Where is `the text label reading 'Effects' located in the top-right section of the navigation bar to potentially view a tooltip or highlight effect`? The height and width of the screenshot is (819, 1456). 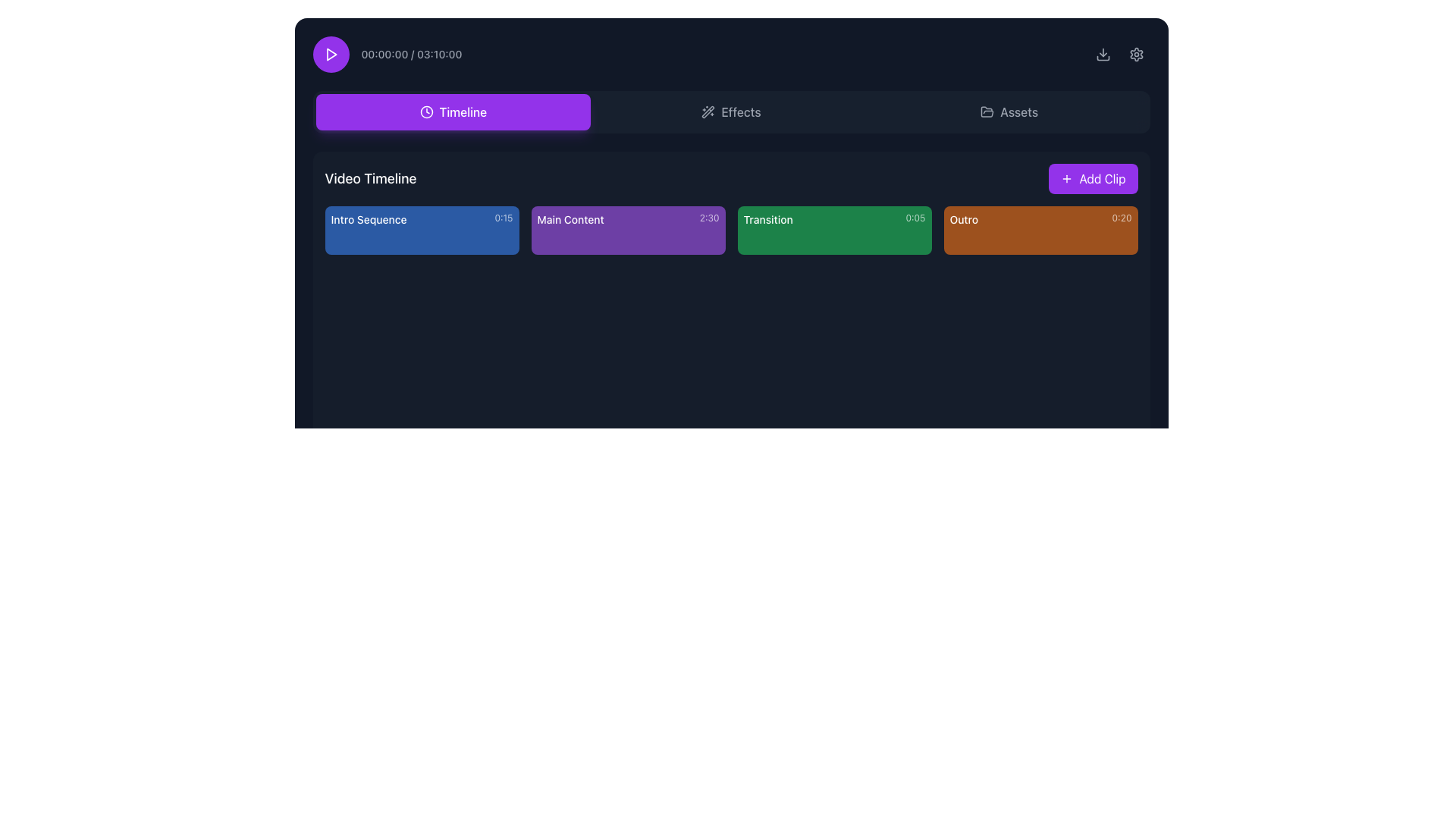
the text label reading 'Effects' located in the top-right section of the navigation bar to potentially view a tooltip or highlight effect is located at coordinates (741, 111).